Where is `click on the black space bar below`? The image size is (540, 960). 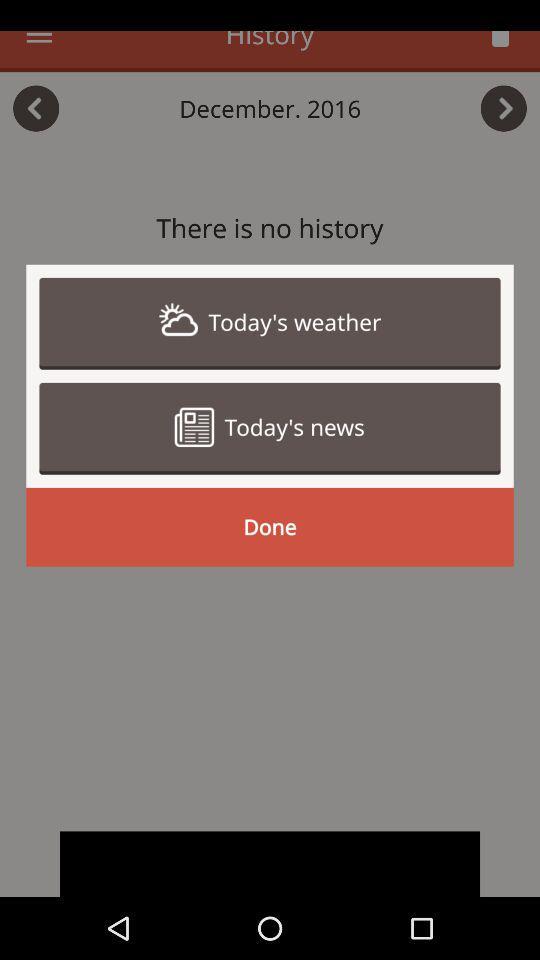
click on the black space bar below is located at coordinates (270, 863).